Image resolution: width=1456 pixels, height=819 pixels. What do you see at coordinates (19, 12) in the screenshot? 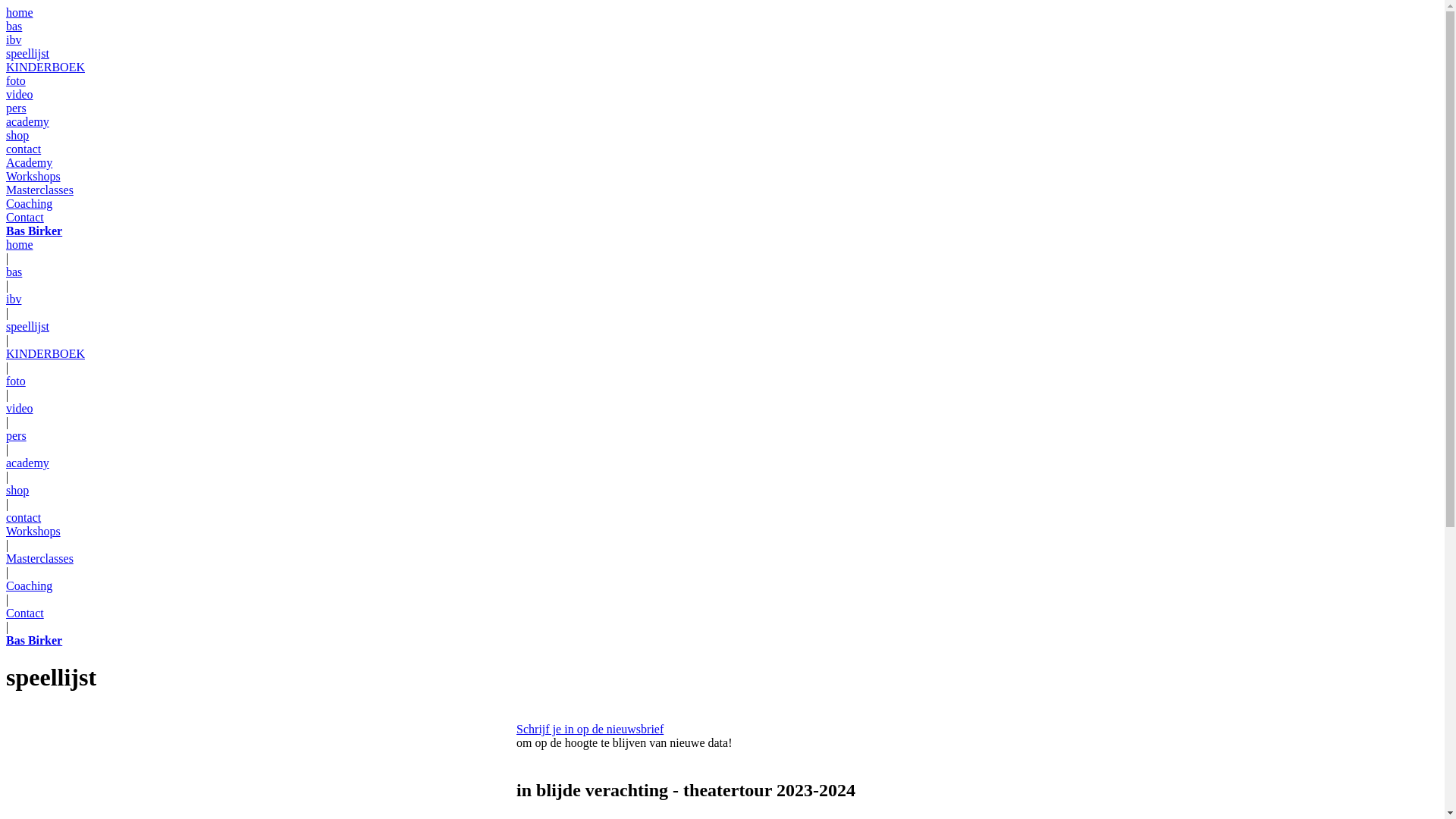
I see `'home'` at bounding box center [19, 12].